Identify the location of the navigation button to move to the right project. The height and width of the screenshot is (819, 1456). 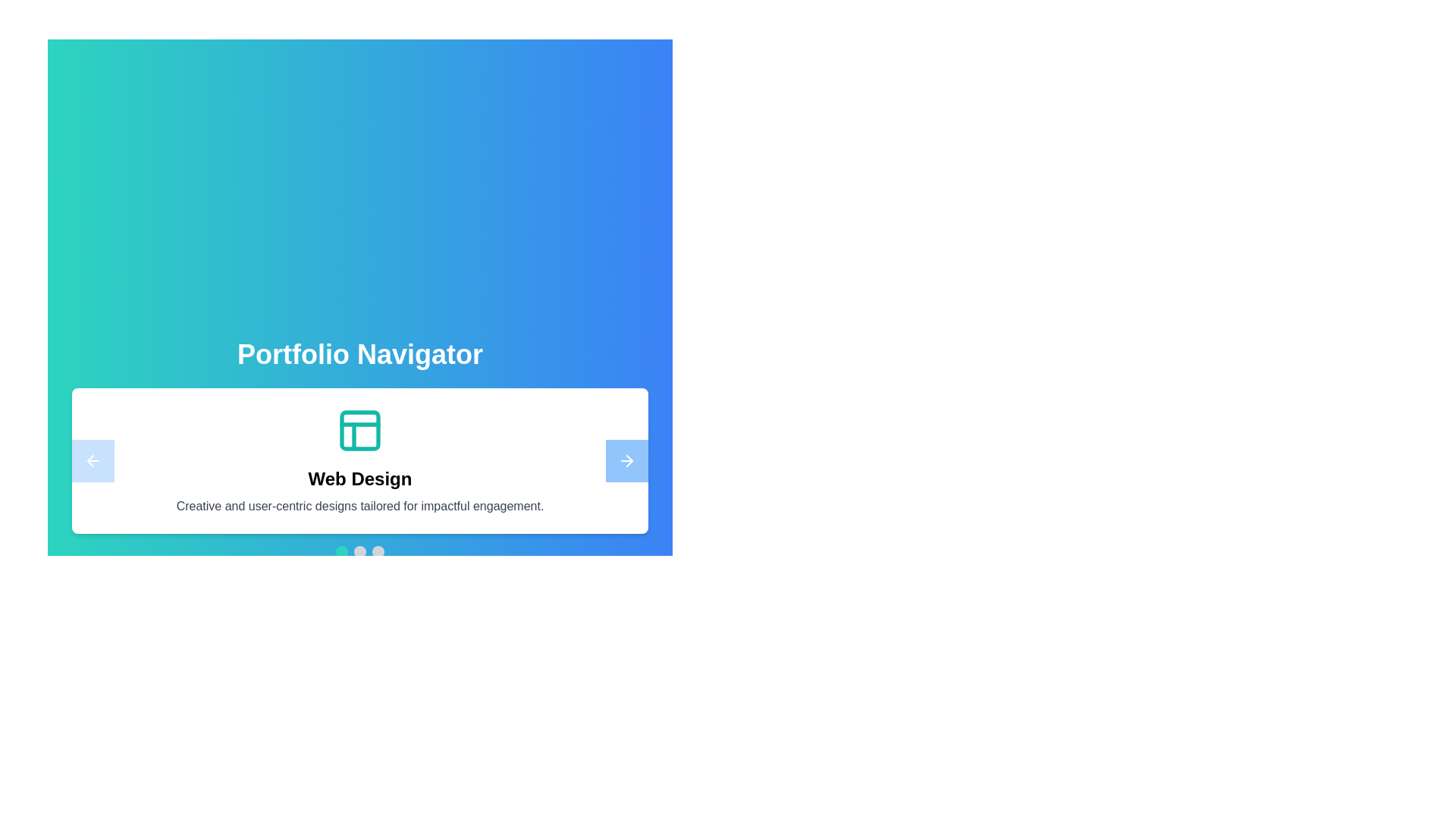
(626, 460).